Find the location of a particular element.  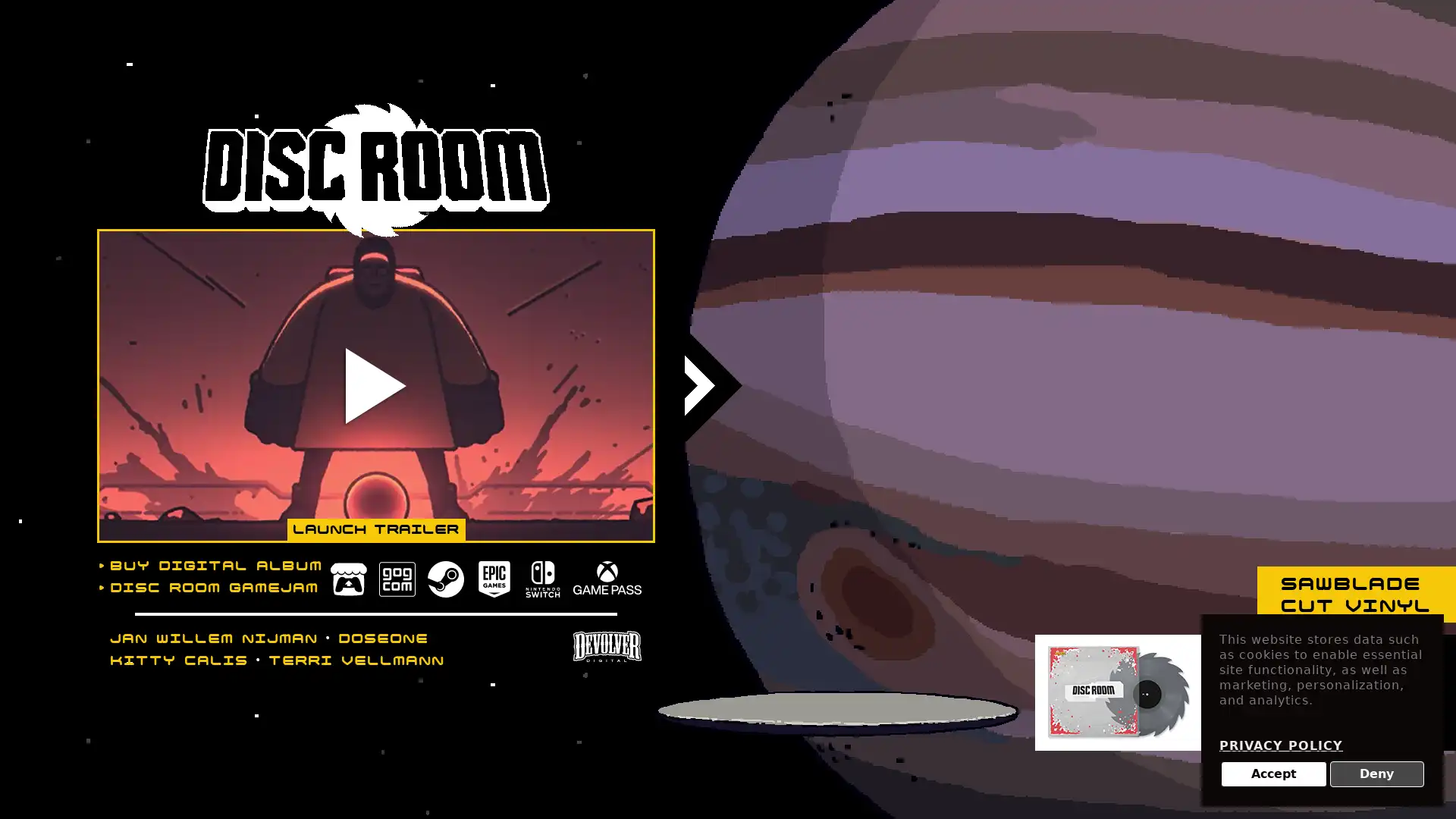

Accept is located at coordinates (1273, 774).